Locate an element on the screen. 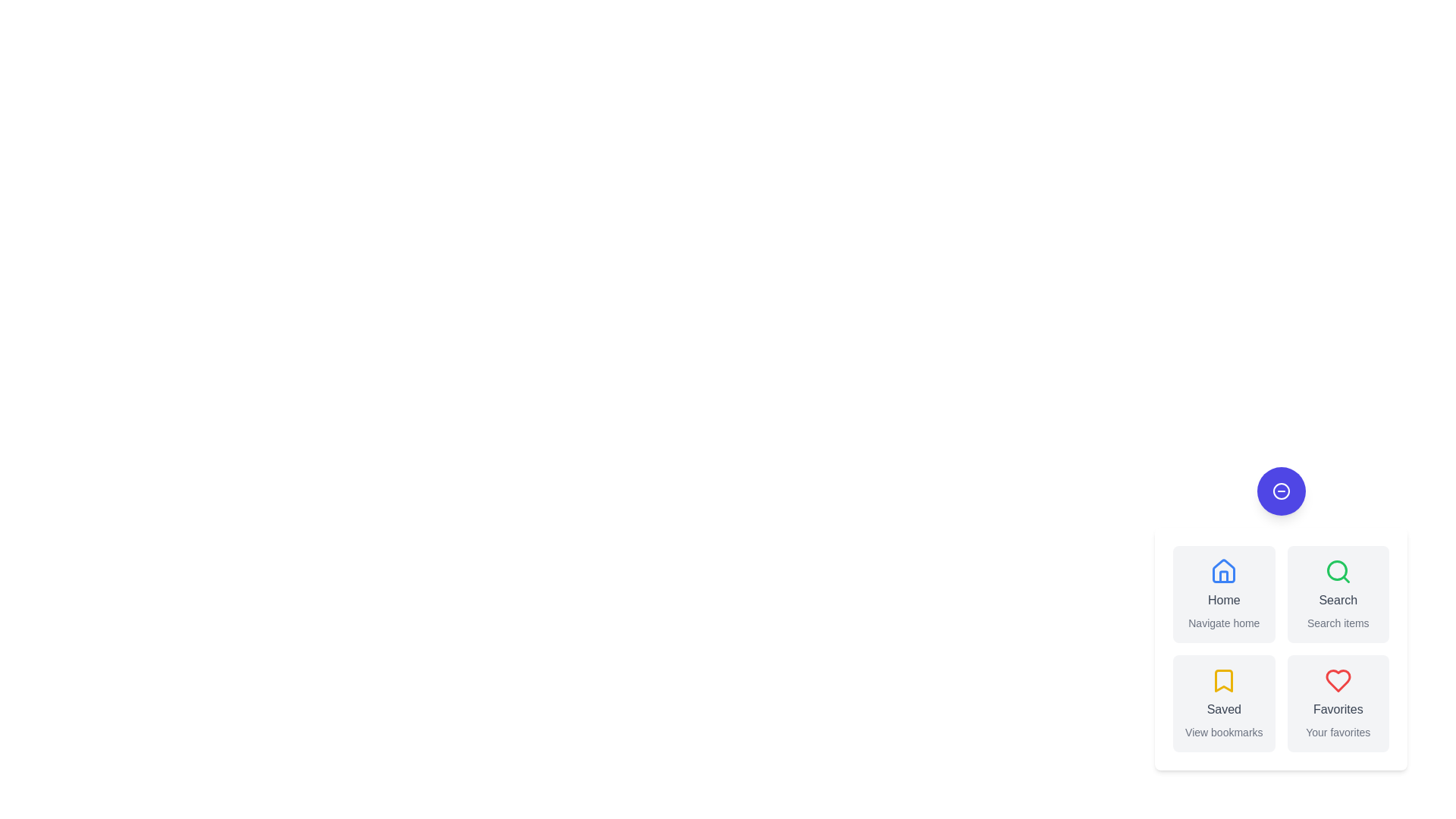 The width and height of the screenshot is (1456, 819). the 'Favorites' button to view your favorites is located at coordinates (1338, 704).